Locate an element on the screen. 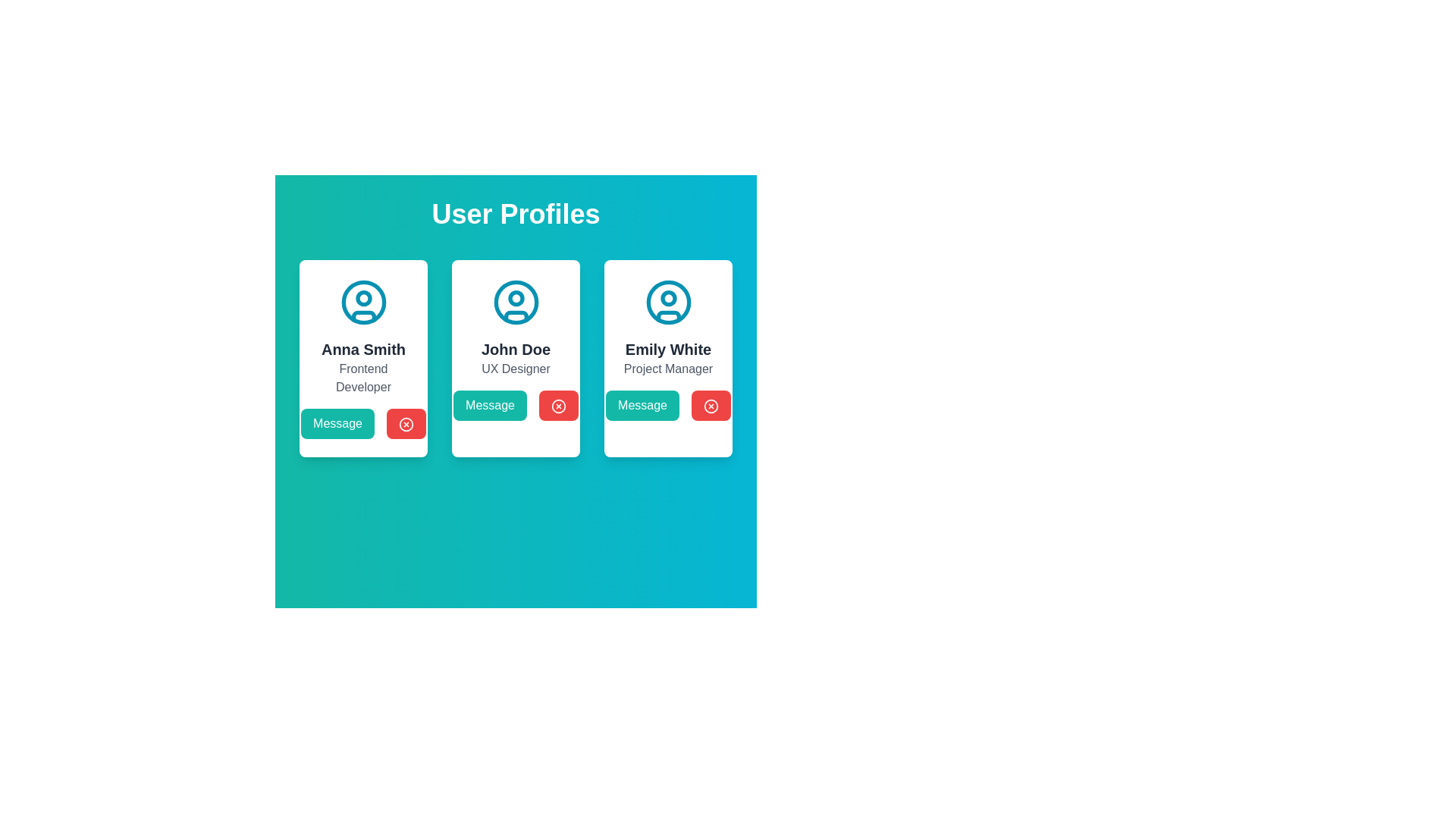 The height and width of the screenshot is (819, 1456). the red 'x' icon button located at the bottom right corner of John Doe's profile card is located at coordinates (406, 424).